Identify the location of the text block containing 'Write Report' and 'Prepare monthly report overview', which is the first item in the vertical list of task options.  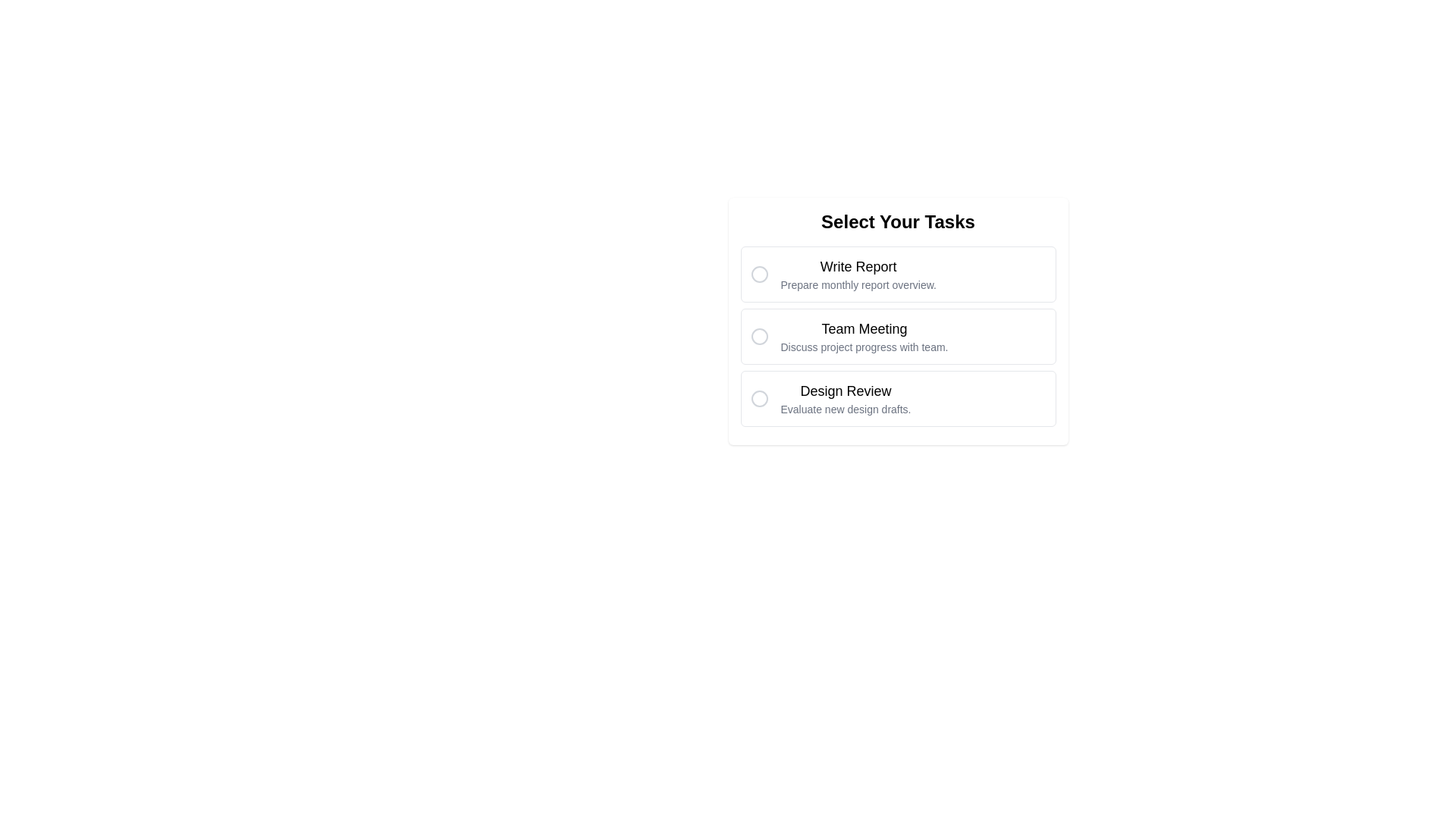
(858, 275).